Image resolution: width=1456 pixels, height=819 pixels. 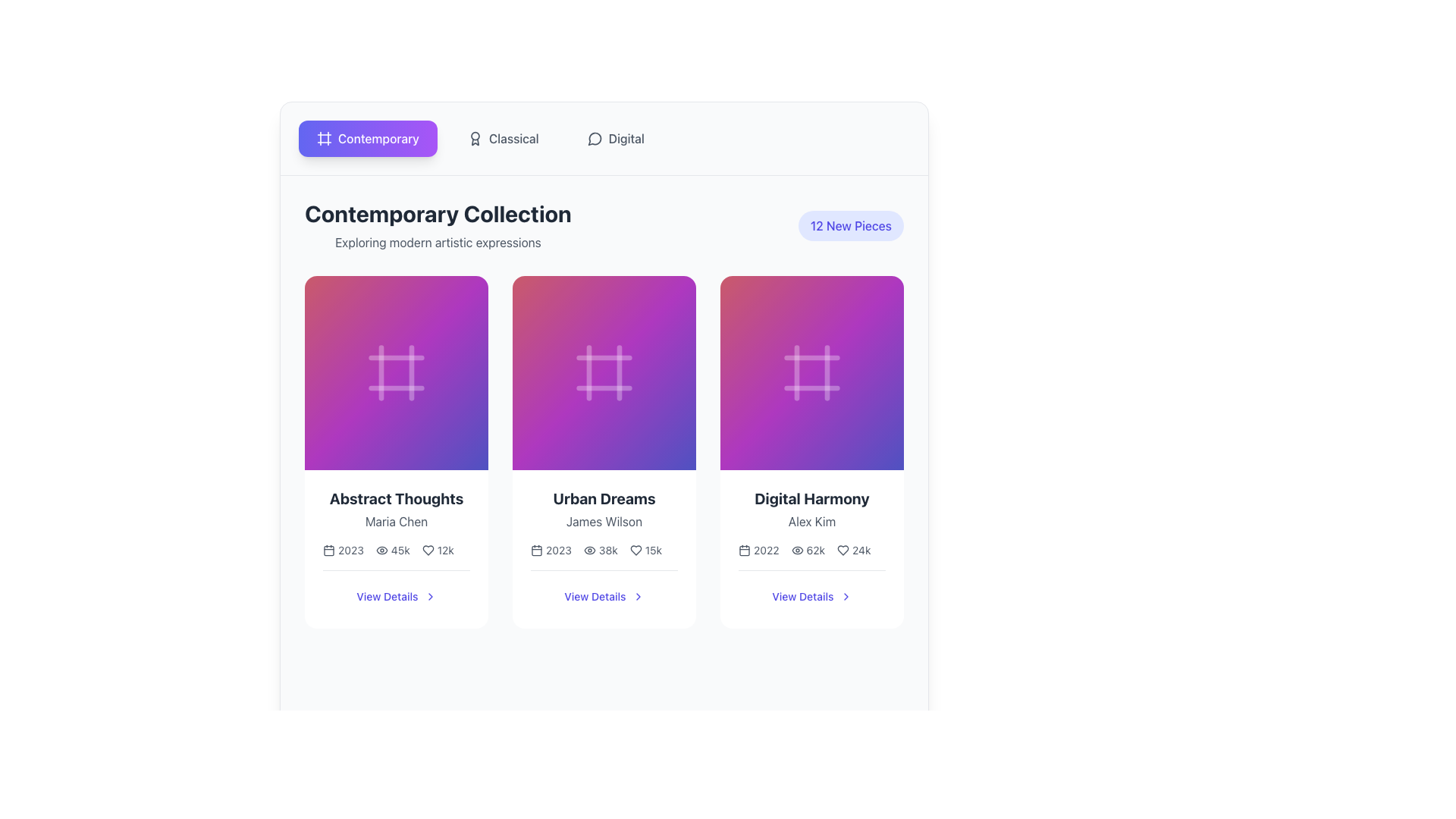 What do you see at coordinates (594, 139) in the screenshot?
I see `the circular message bubble icon located in the top navigation bar, adjacent to the 'Digital' text` at bounding box center [594, 139].